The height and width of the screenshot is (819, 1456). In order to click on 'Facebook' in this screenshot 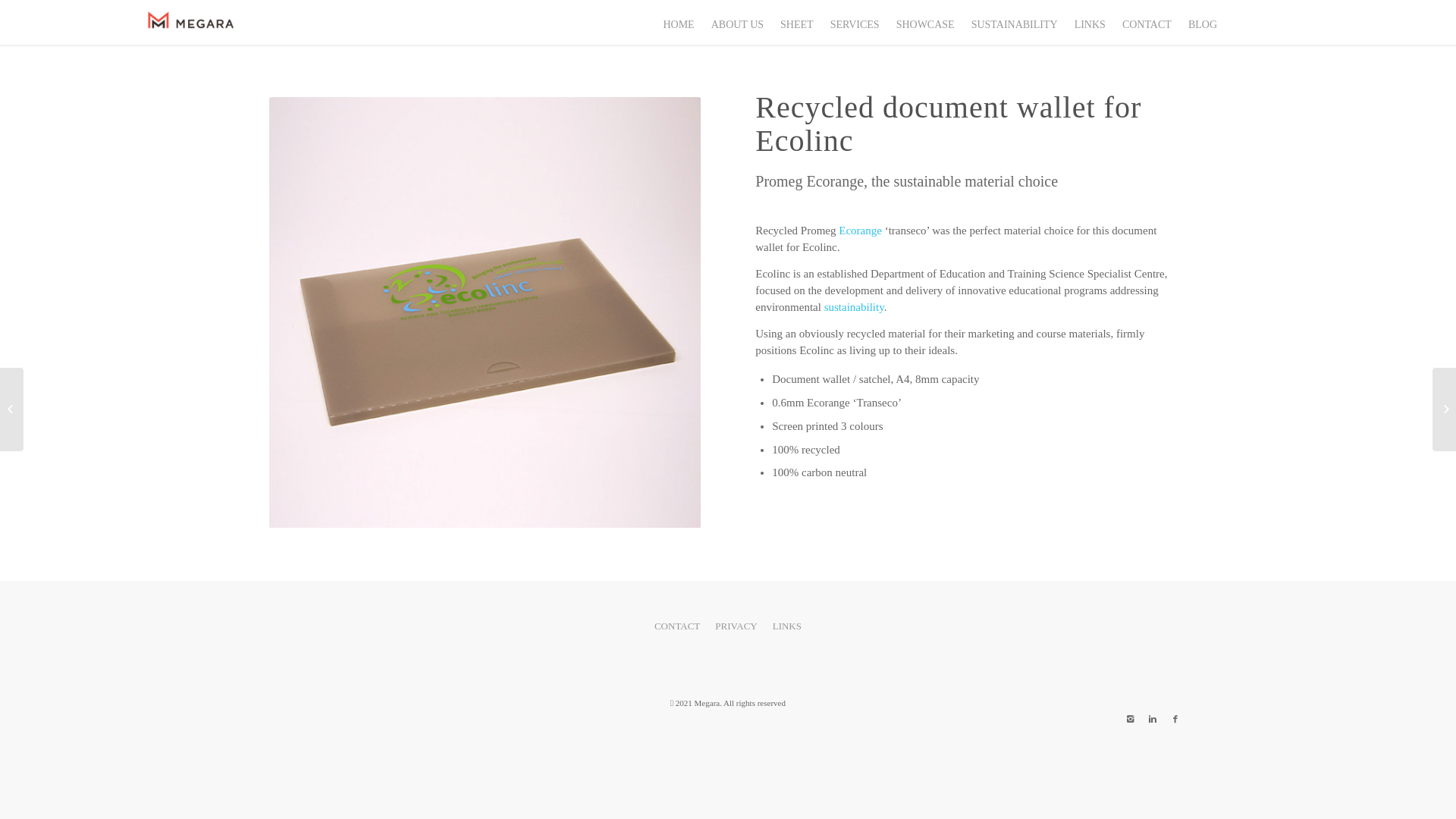, I will do `click(1175, 718)`.